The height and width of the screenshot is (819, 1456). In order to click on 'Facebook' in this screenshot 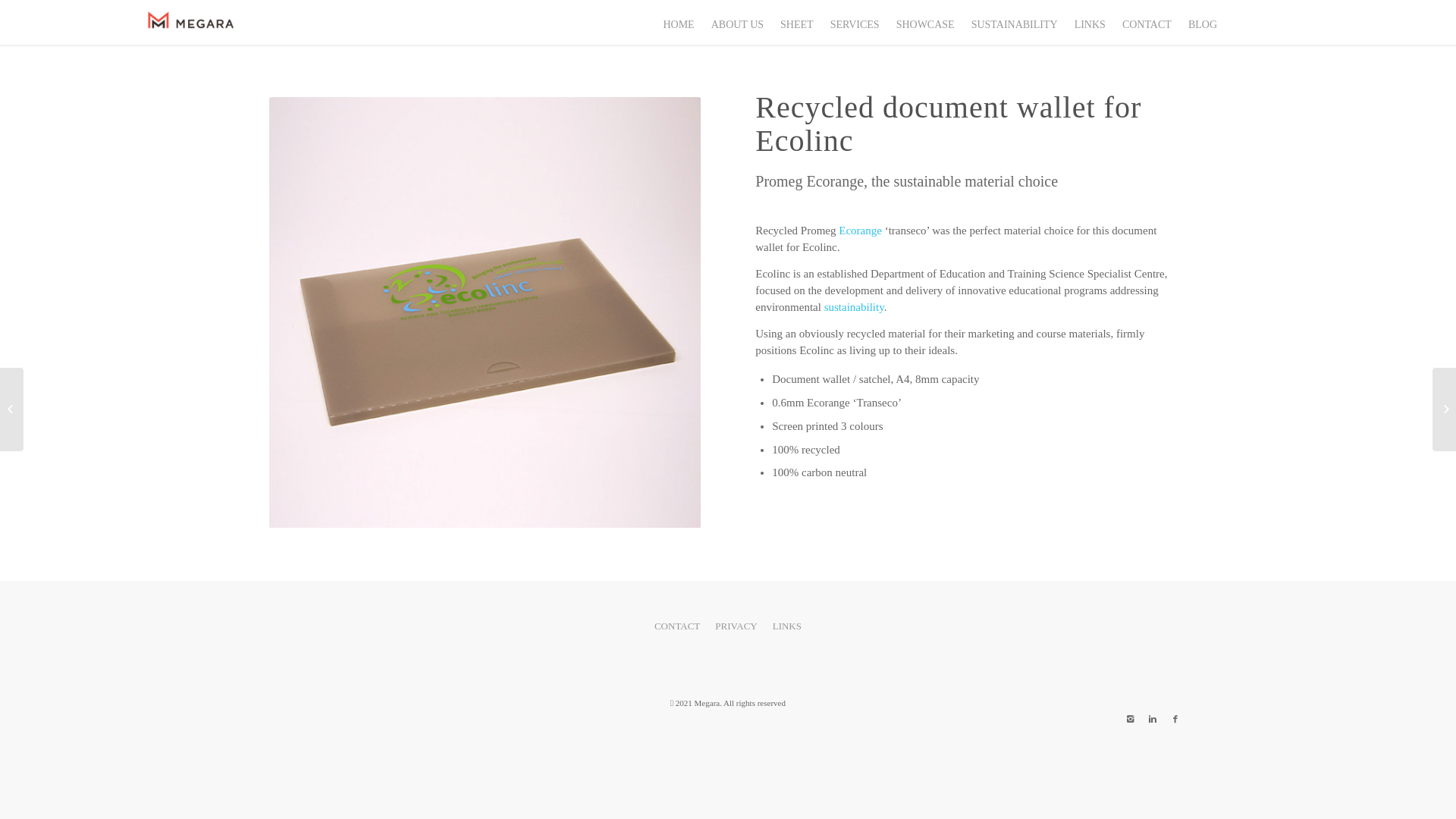, I will do `click(1175, 718)`.